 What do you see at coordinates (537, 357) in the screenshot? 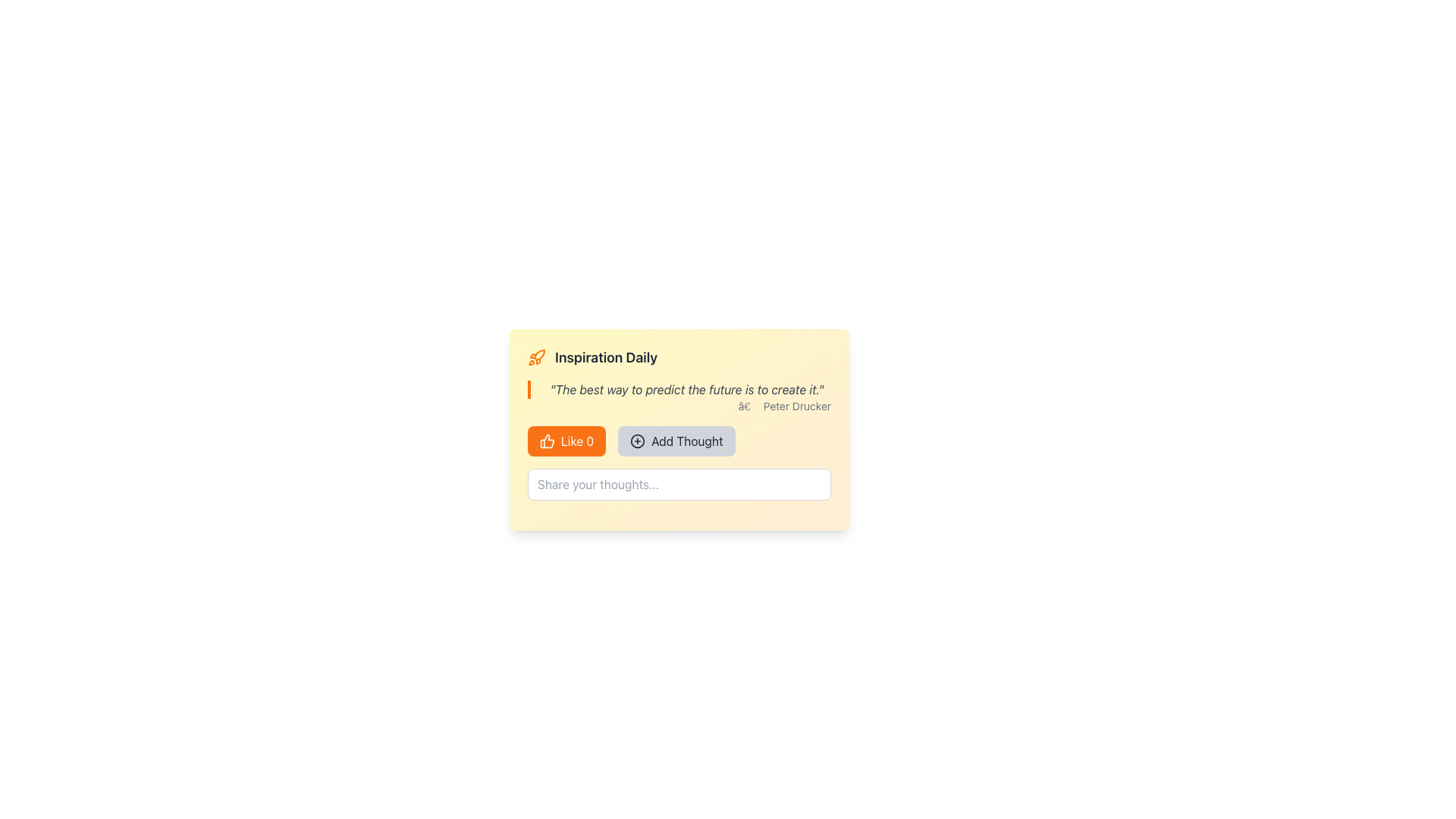
I see `the decorative icon positioned to the far left of the heading text 'Inspiration Daily'. This icon represents inspiration or creativity and is the first item in a horizontal layout` at bounding box center [537, 357].